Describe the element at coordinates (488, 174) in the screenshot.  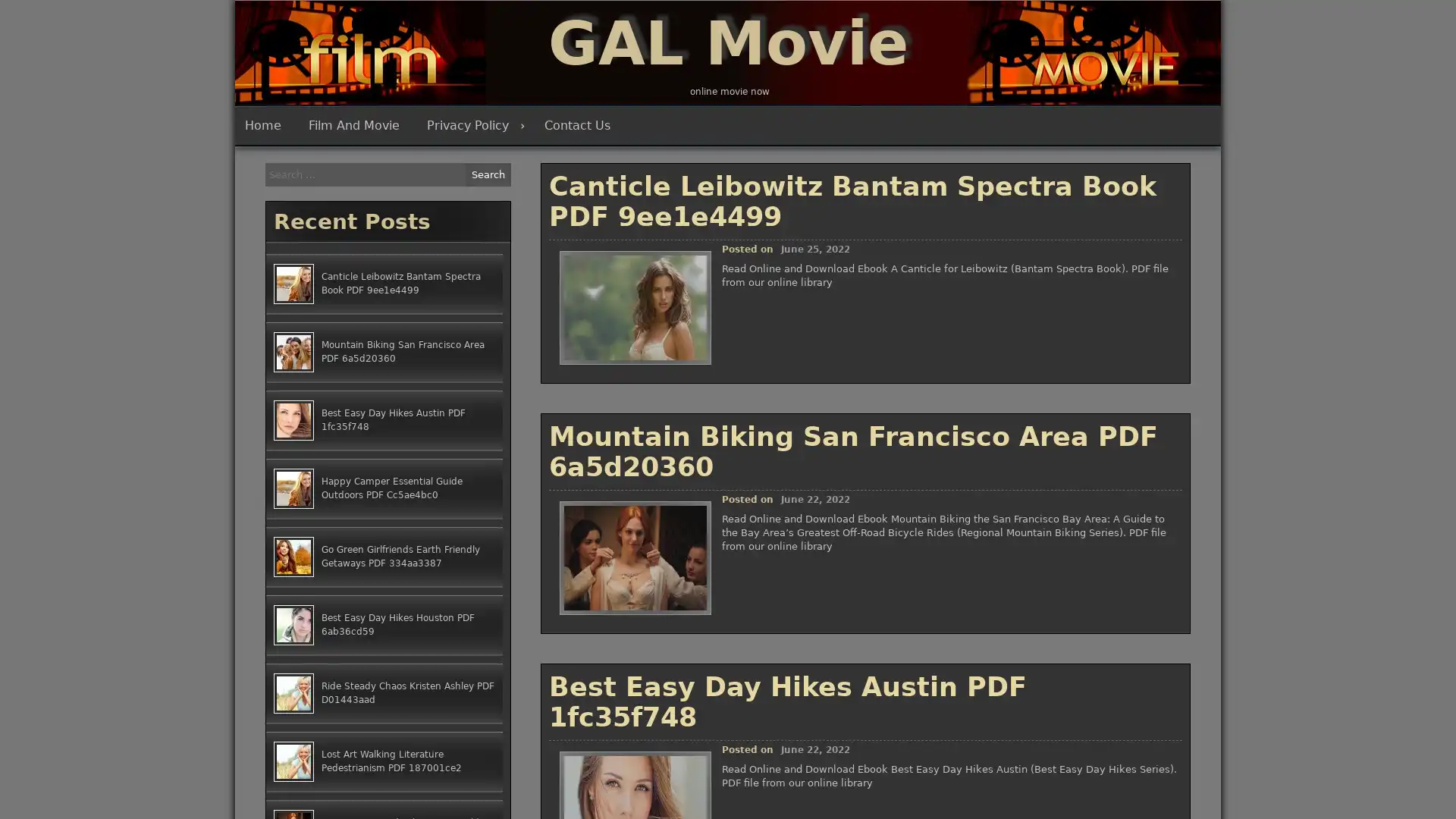
I see `Search` at that location.